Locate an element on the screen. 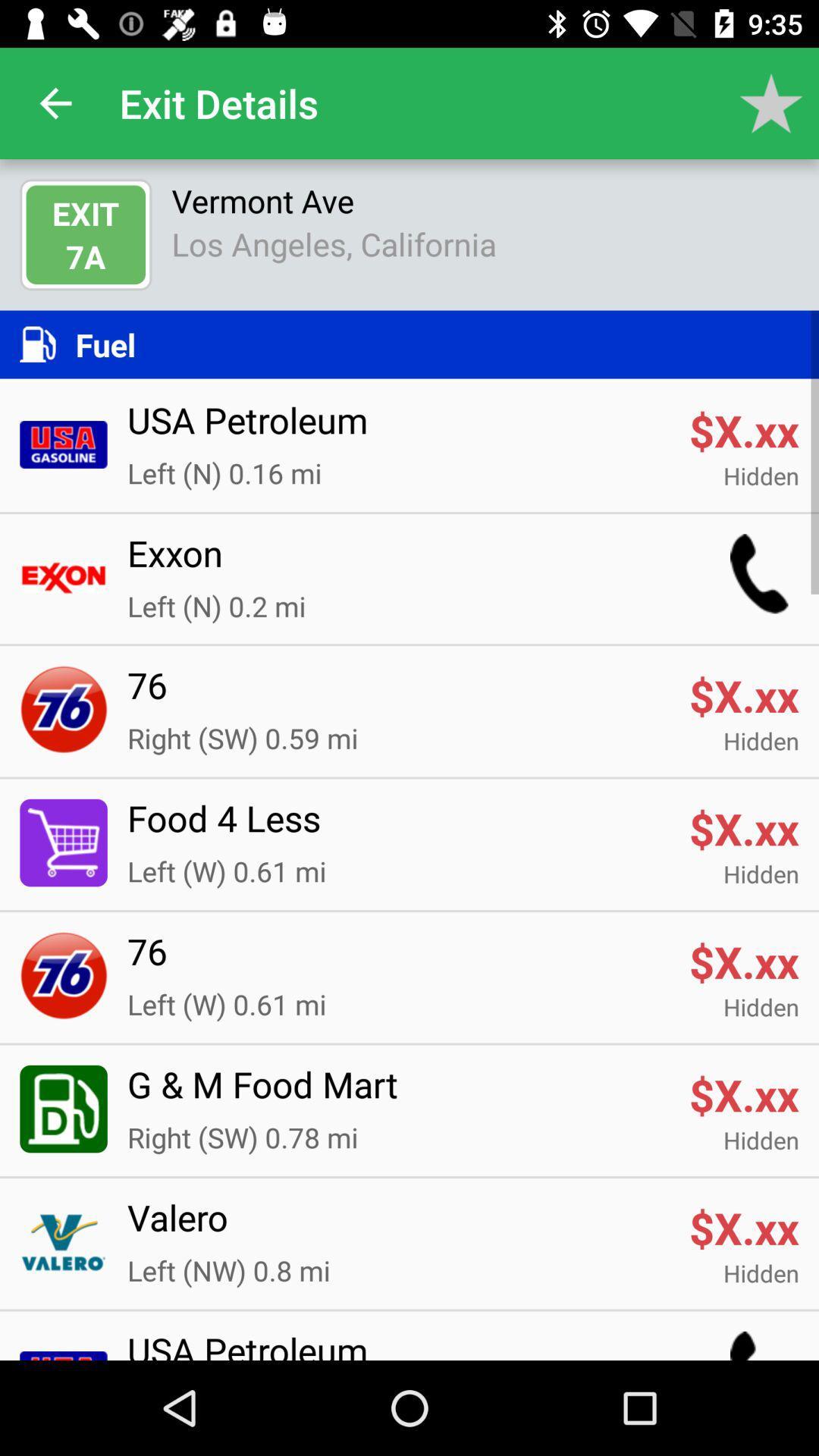 Image resolution: width=819 pixels, height=1456 pixels. the food 4 less item is located at coordinates (397, 827).